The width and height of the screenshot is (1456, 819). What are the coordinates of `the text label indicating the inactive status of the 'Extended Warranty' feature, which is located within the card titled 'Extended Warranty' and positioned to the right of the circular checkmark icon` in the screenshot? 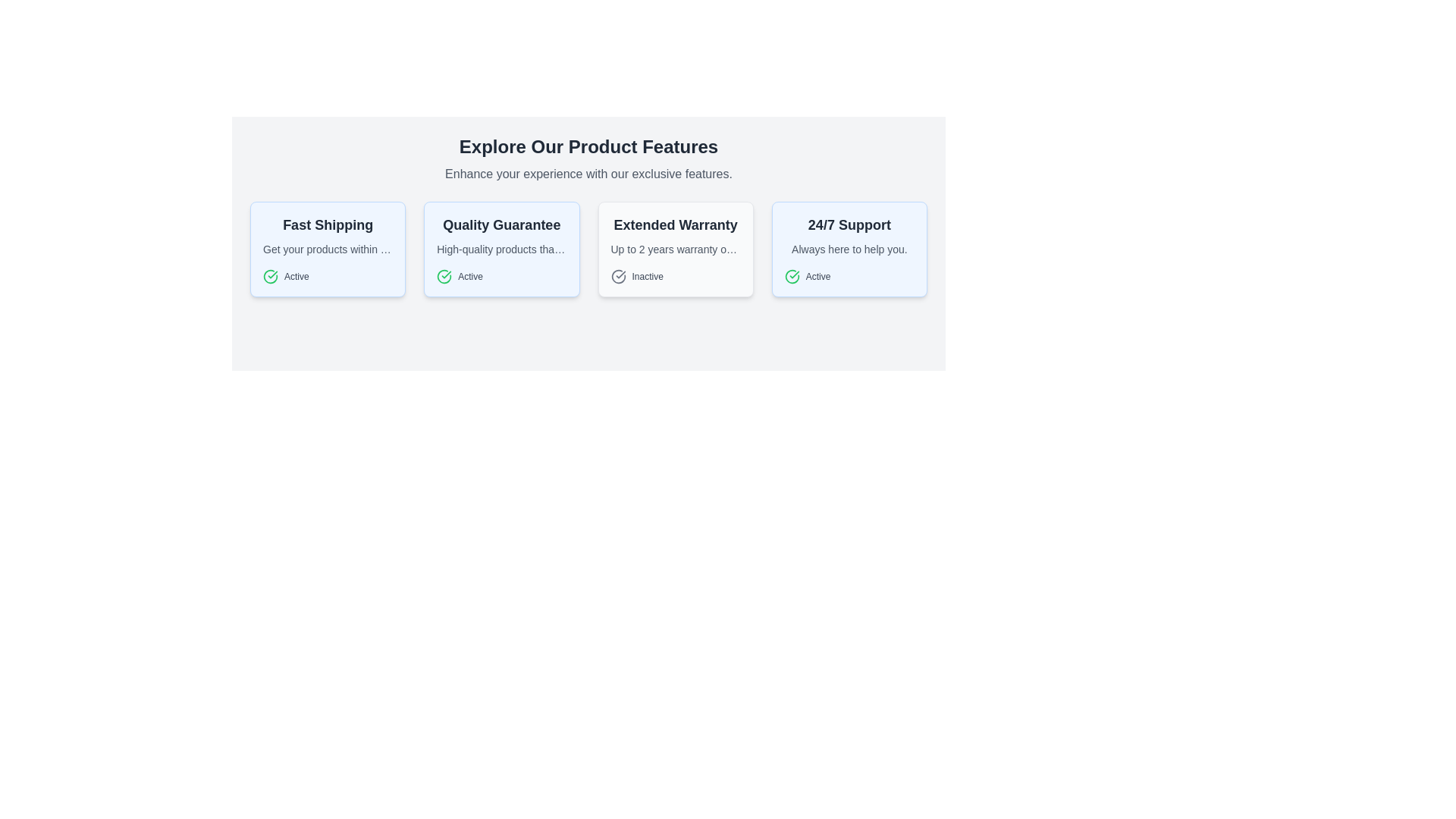 It's located at (648, 277).